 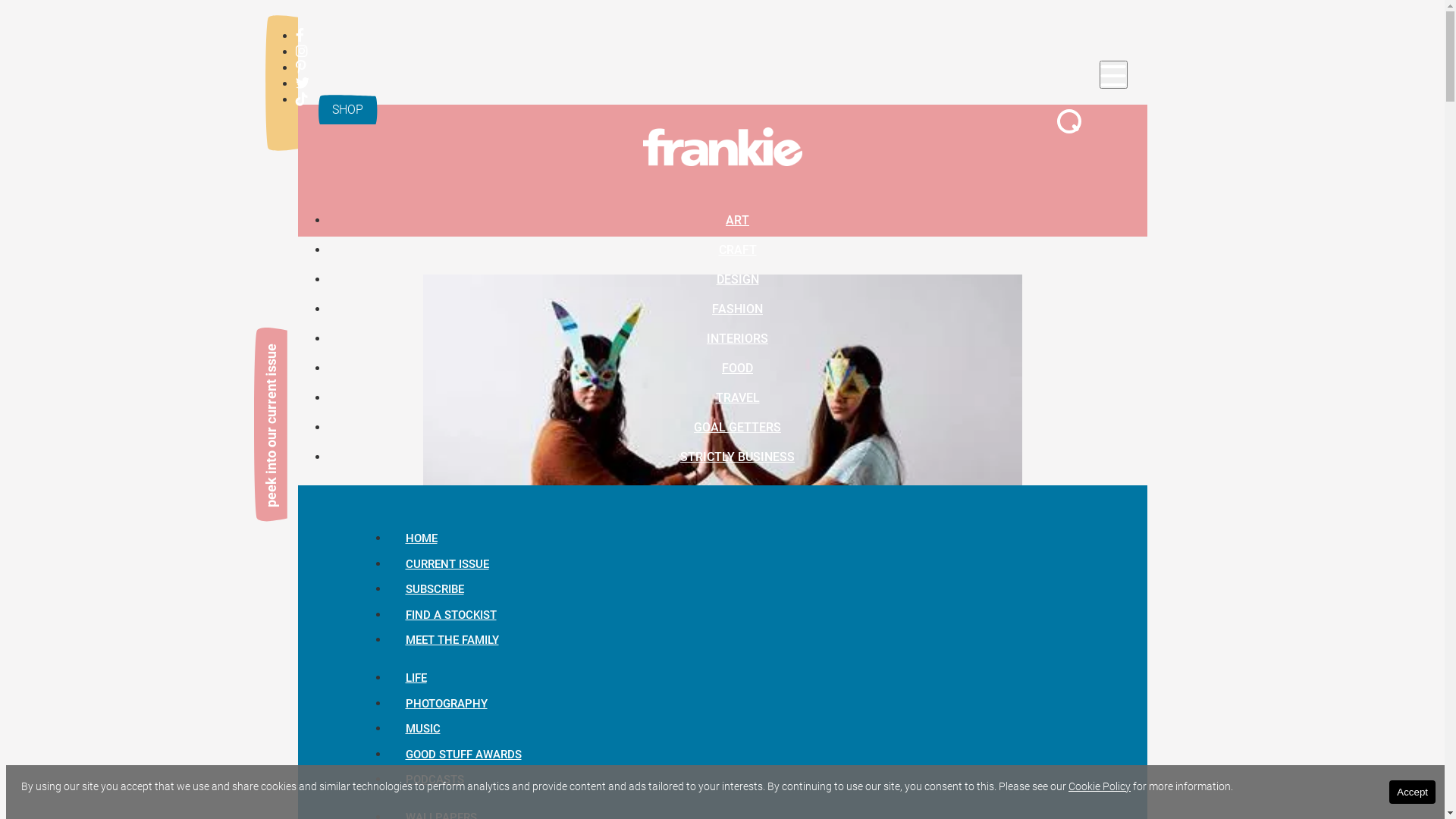 What do you see at coordinates (450, 614) in the screenshot?
I see `'FIND A STOCKIST'` at bounding box center [450, 614].